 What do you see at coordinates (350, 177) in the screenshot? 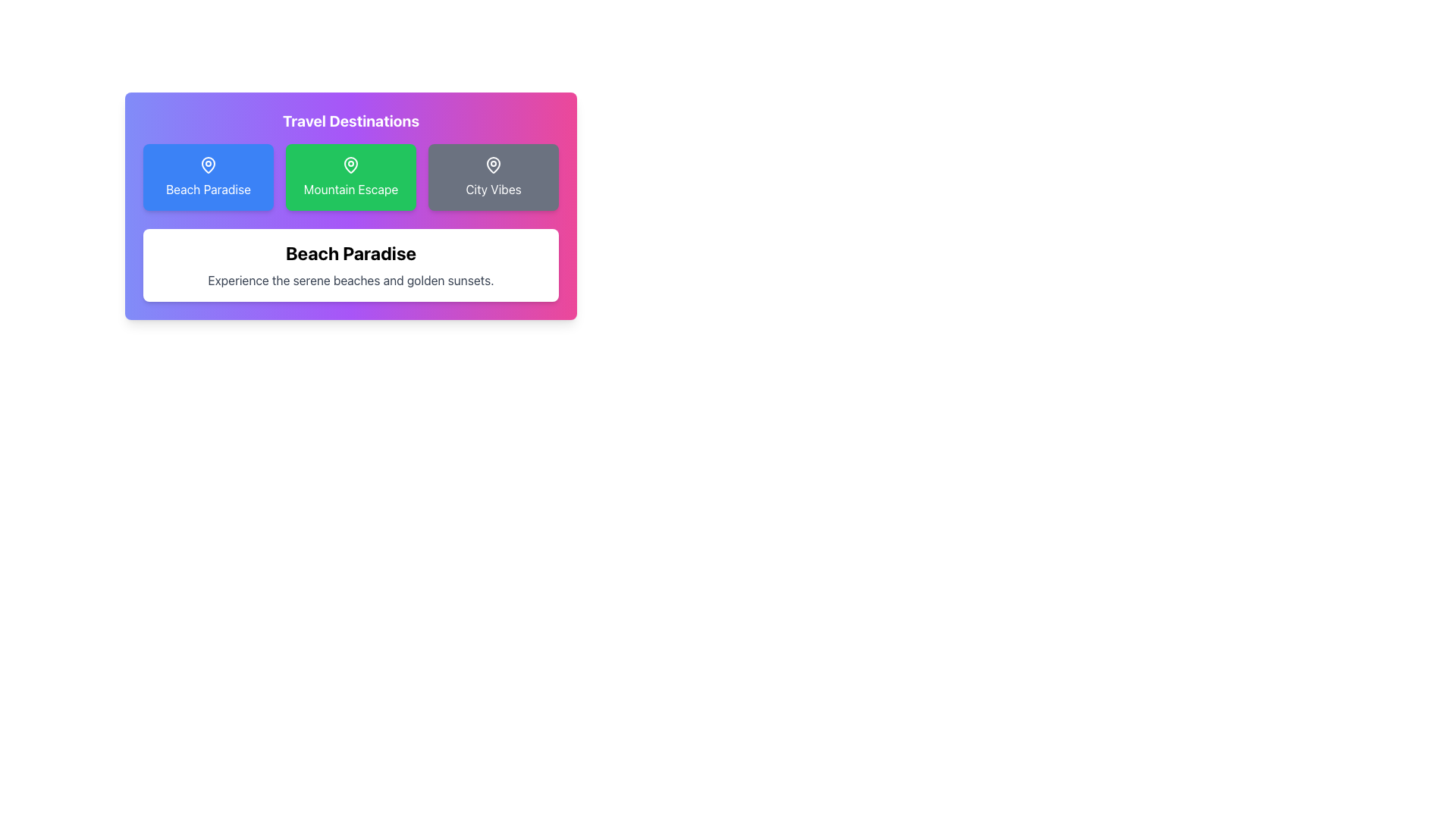
I see `the 'Mountain Escape' button, which is a rectangular button with a green background and white text, located in the central column of the grid under the 'Travel Destinations' heading` at bounding box center [350, 177].